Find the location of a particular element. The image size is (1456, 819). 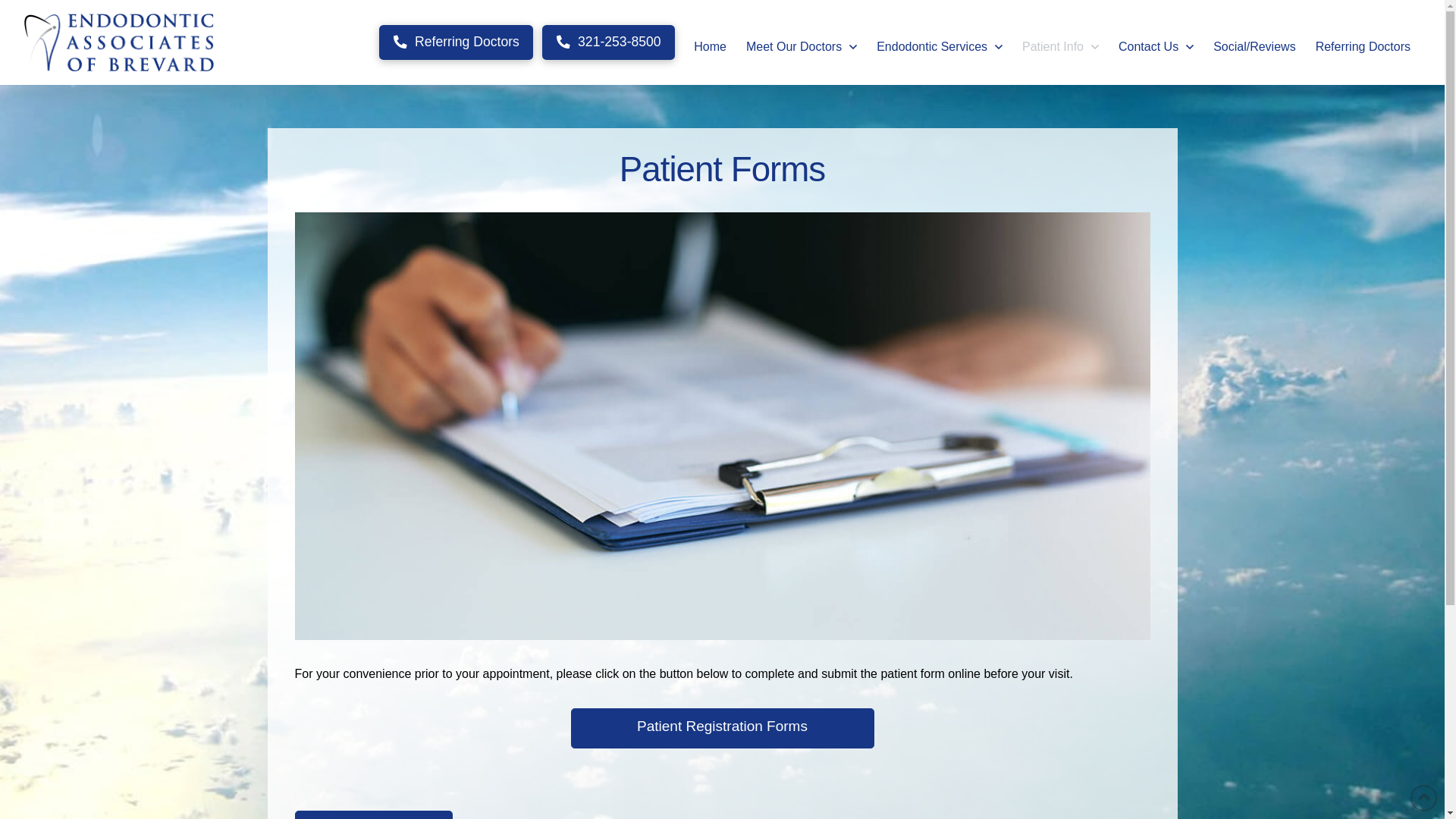

'Social/Reviews' is located at coordinates (1254, 42).